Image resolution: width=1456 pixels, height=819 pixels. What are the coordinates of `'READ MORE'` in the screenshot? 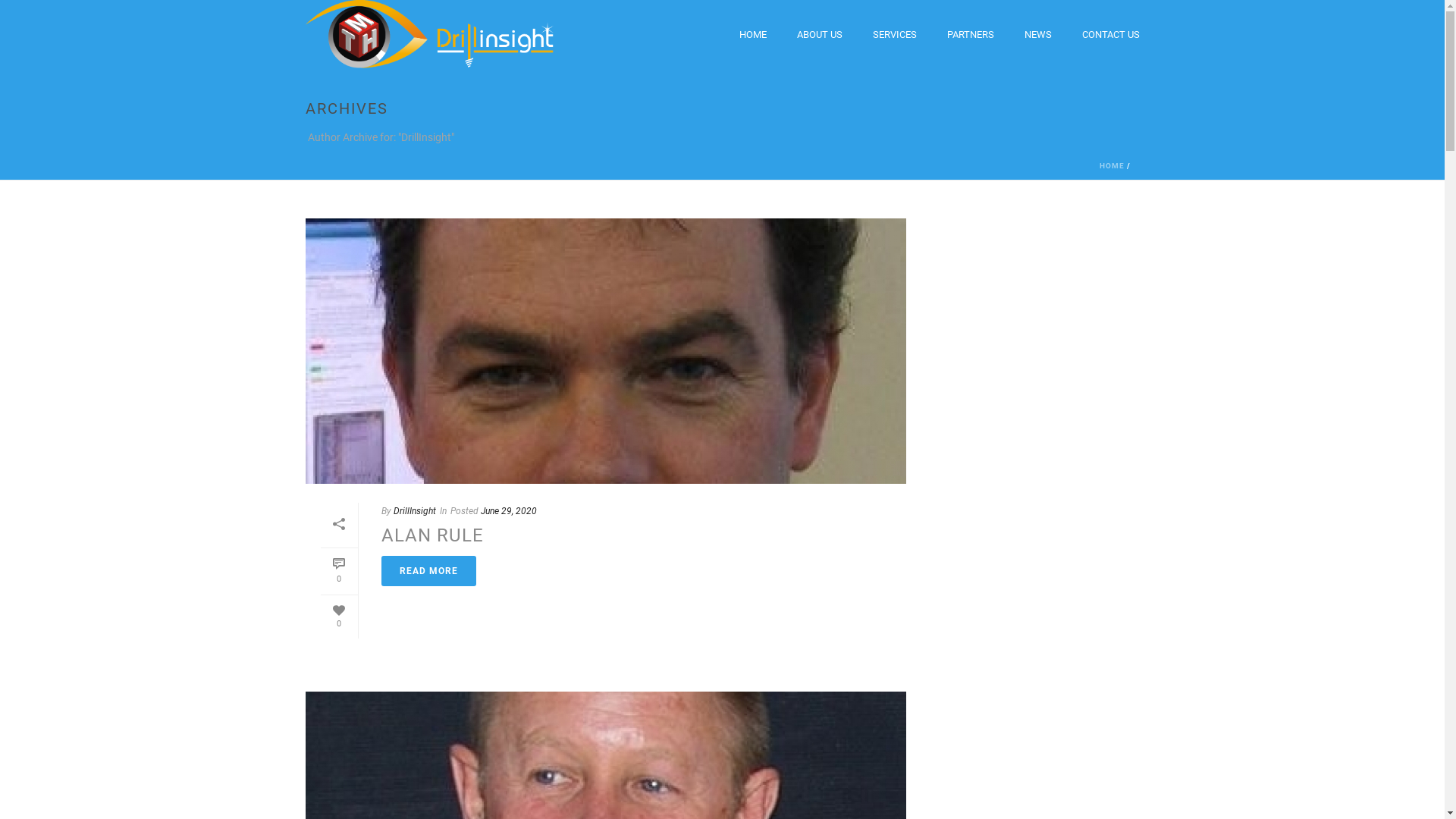 It's located at (427, 570).